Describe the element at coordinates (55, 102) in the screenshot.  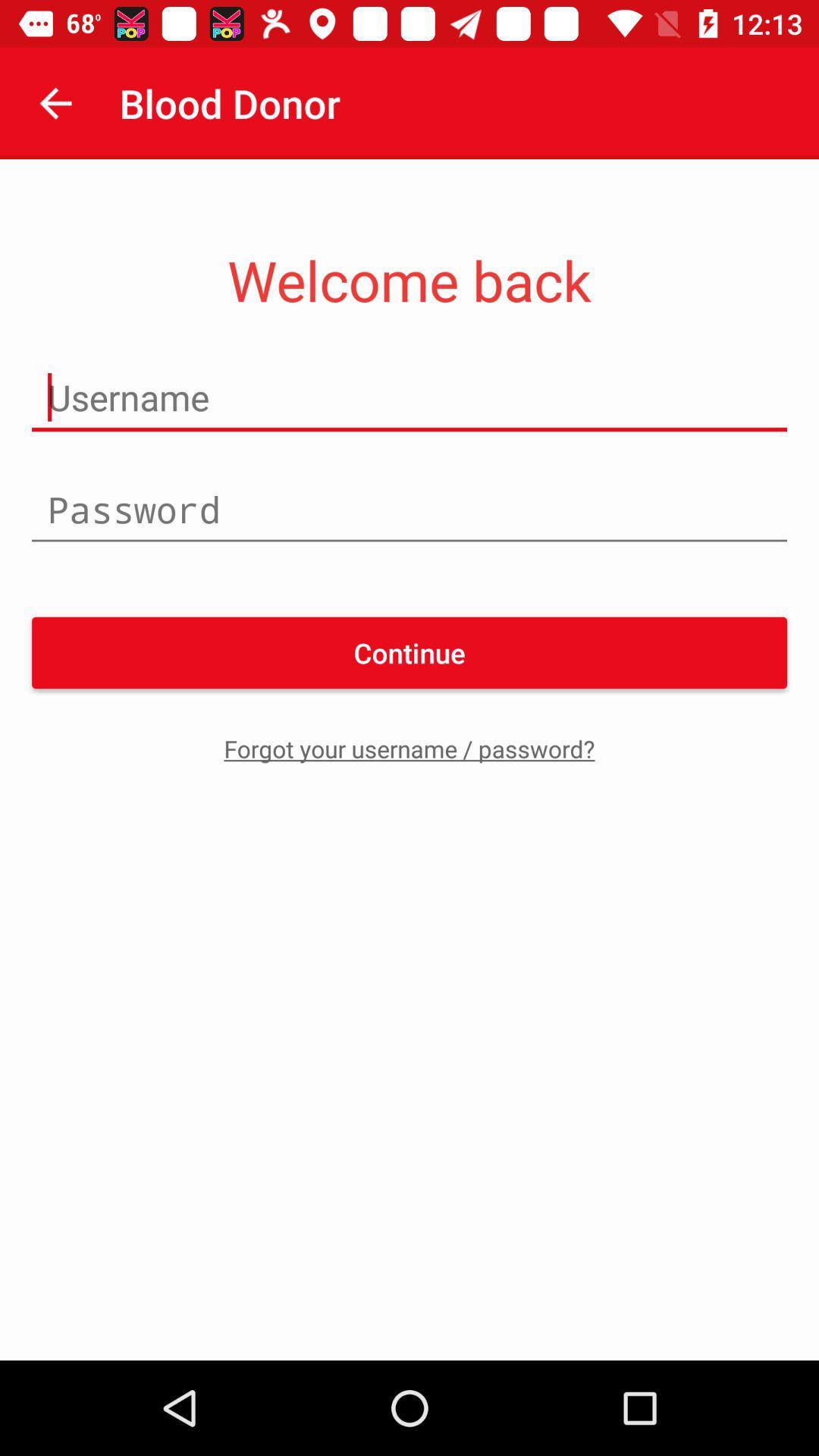
I see `app to the left of the blood donor` at that location.